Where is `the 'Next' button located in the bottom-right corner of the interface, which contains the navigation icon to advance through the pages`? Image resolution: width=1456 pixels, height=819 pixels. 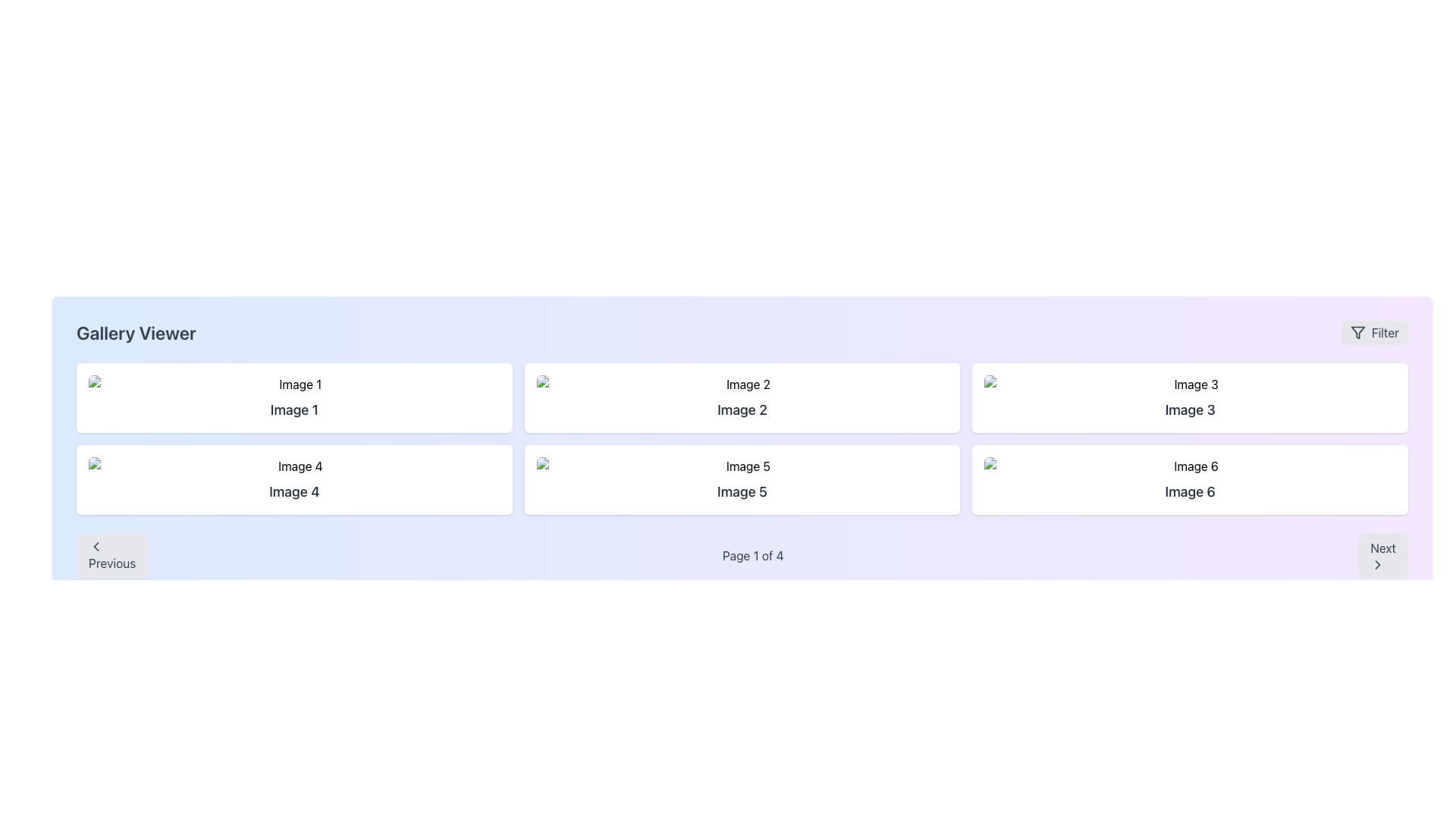
the 'Next' button located in the bottom-right corner of the interface, which contains the navigation icon to advance through the pages is located at coordinates (1378, 564).